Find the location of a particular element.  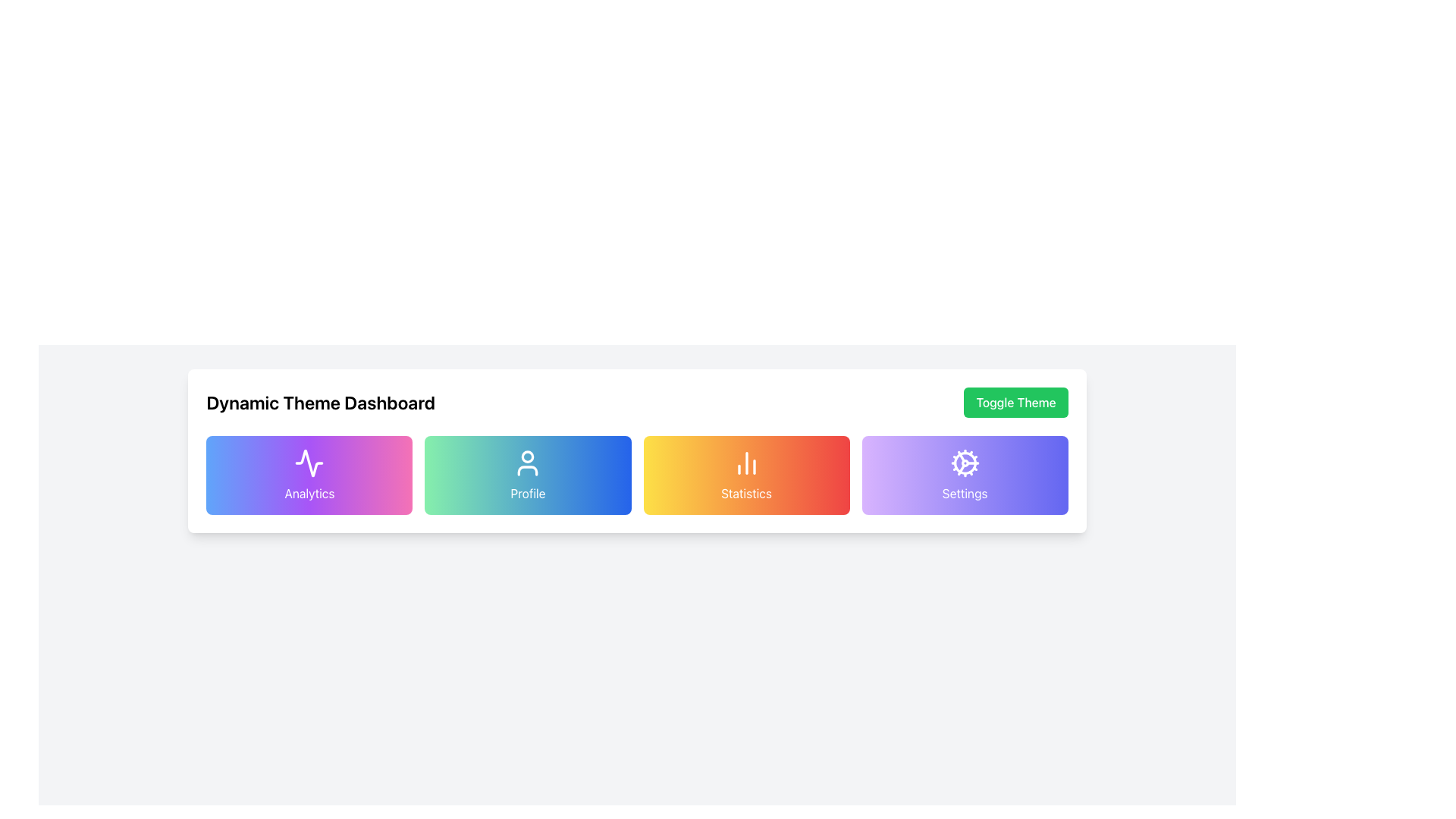

the user profile icon located at the upper region of the 'Profile' card, which is the second card in a row of four, centered horizontally above the text 'Profile' is located at coordinates (528, 462).